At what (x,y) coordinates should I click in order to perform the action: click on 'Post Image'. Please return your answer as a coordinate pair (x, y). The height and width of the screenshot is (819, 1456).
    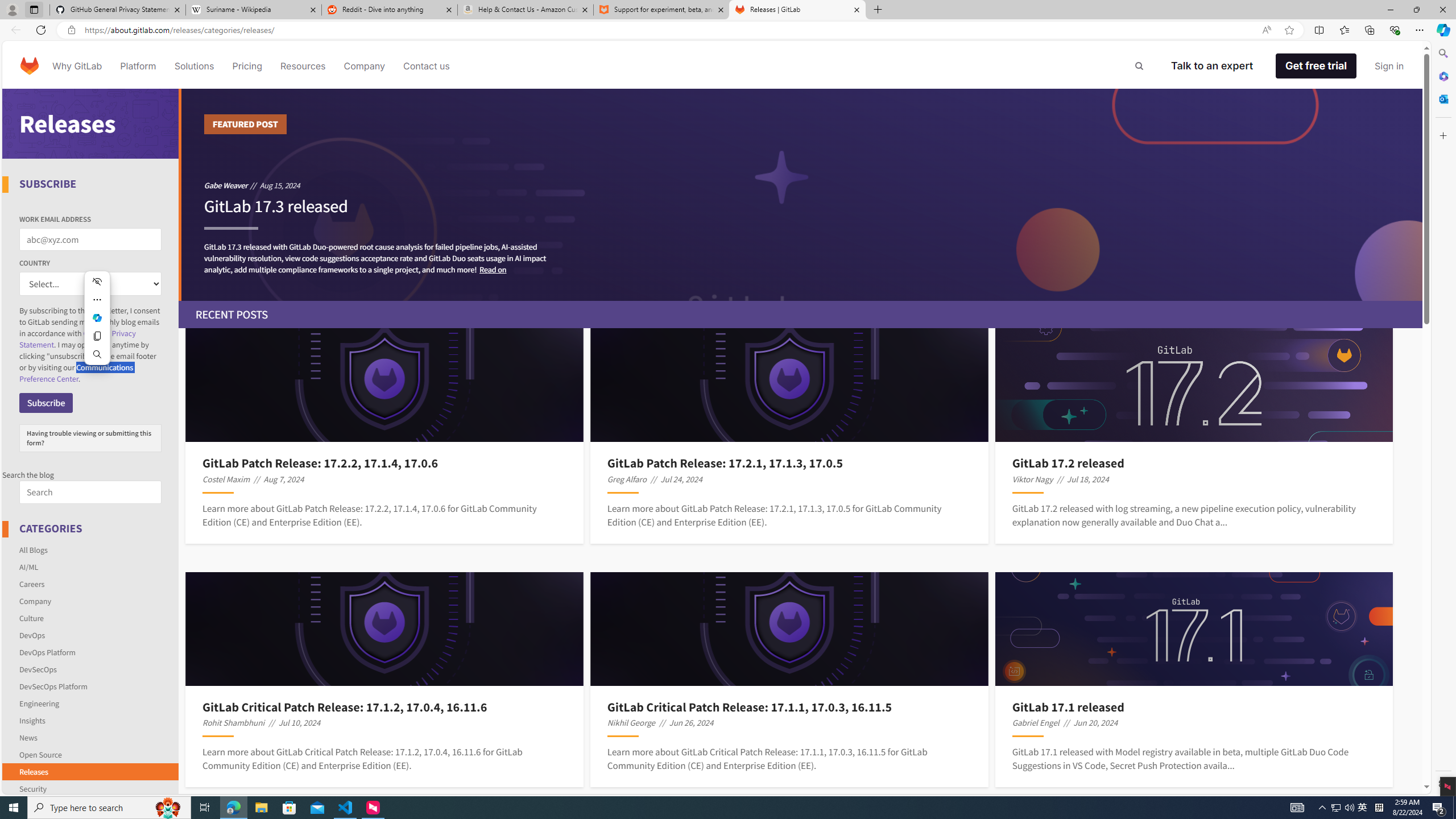
    Looking at the image, I should click on (1194, 628).